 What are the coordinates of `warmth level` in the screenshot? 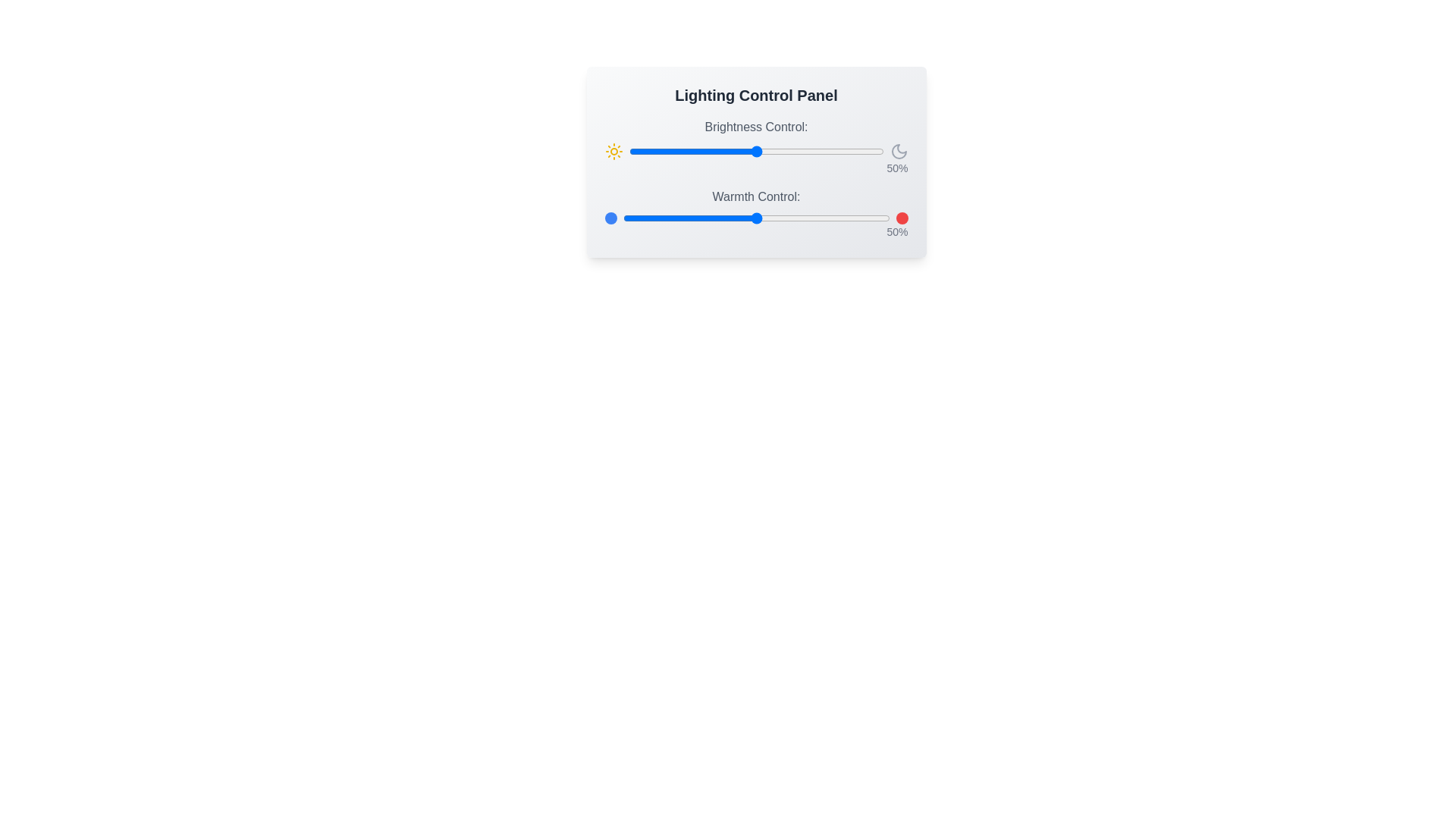 It's located at (654, 218).